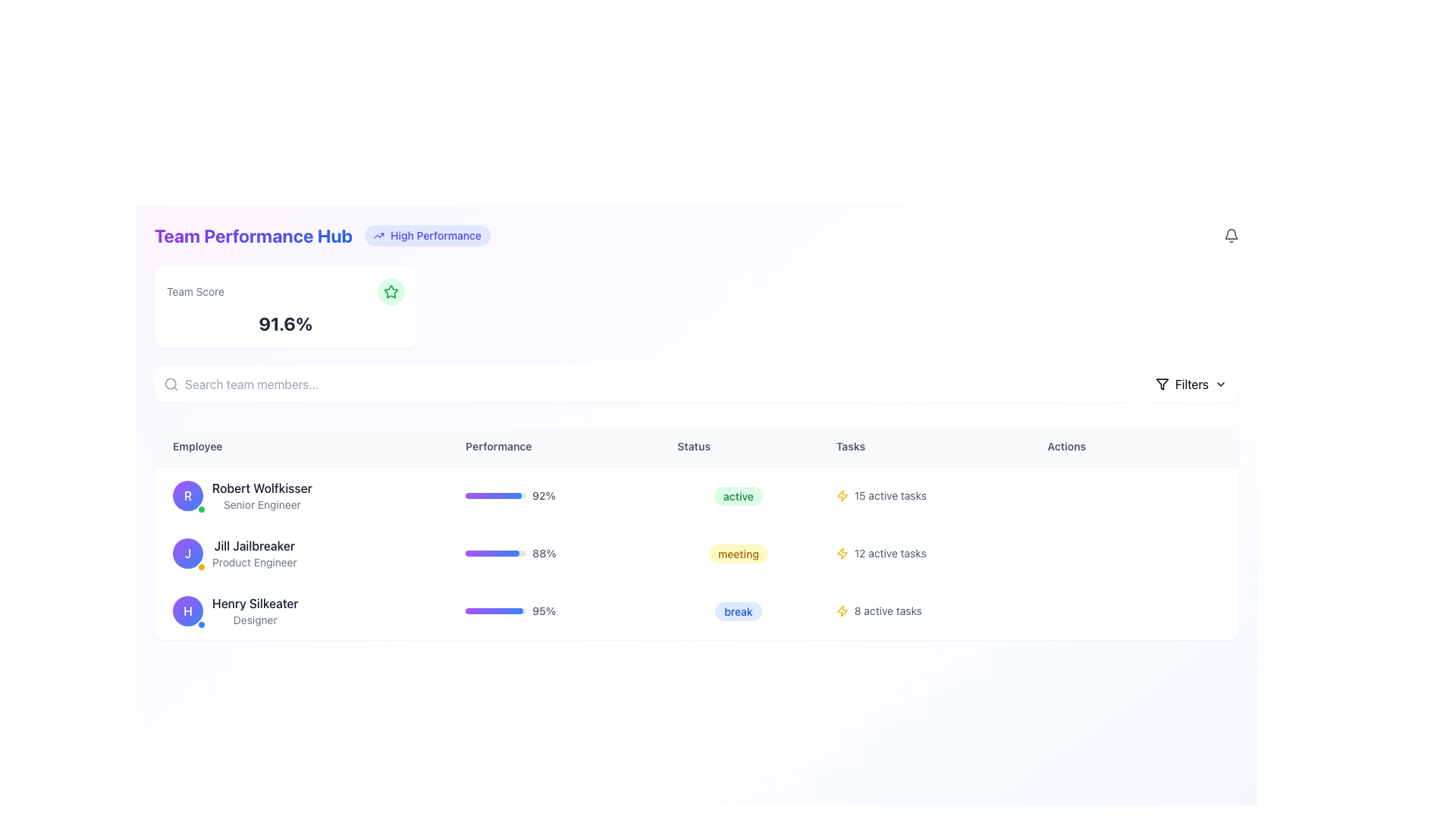  Describe the element at coordinates (492, 553) in the screenshot. I see `the progress bar located in the second row of the 'Performance' column` at that location.